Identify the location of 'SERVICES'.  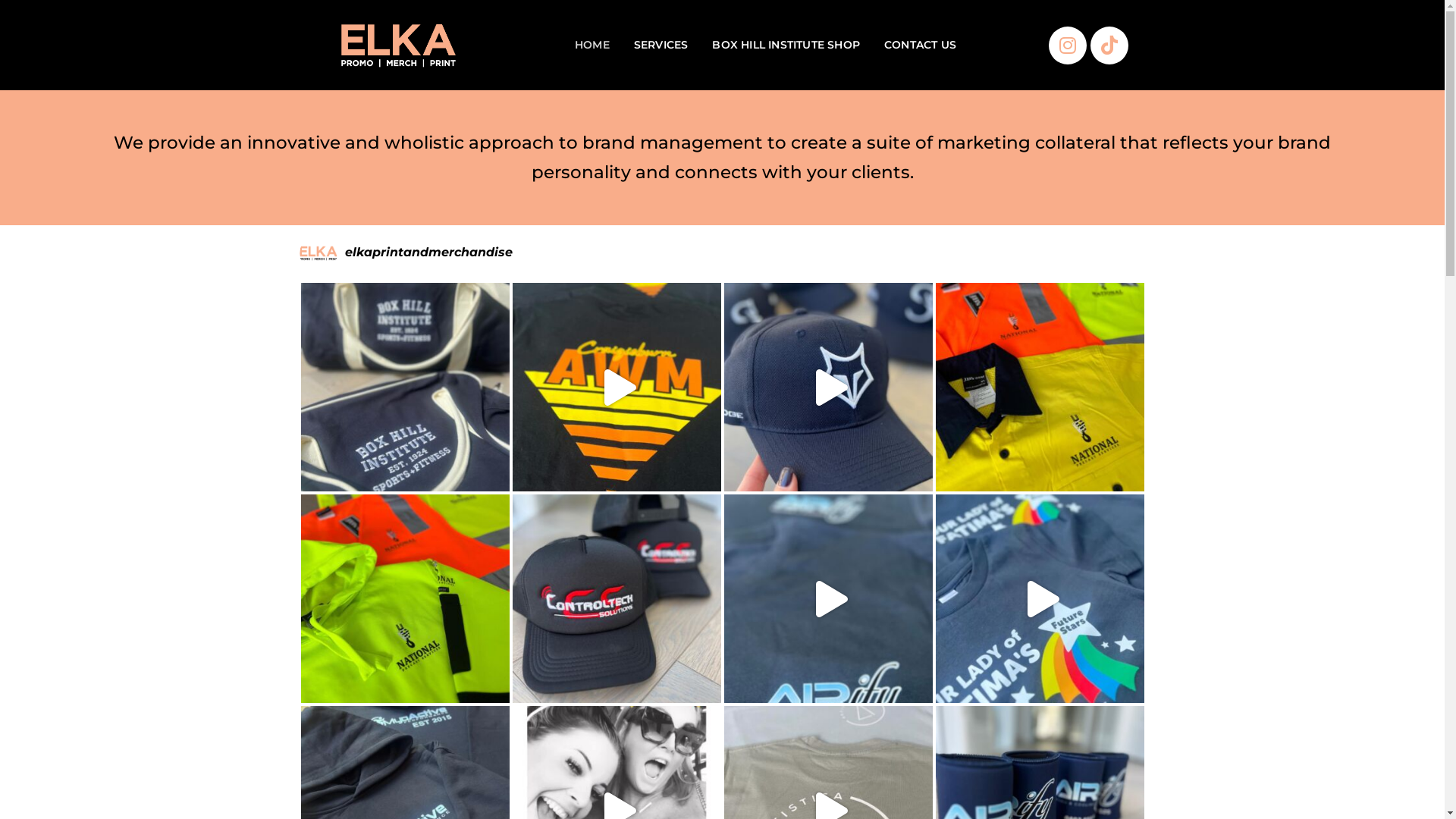
(661, 44).